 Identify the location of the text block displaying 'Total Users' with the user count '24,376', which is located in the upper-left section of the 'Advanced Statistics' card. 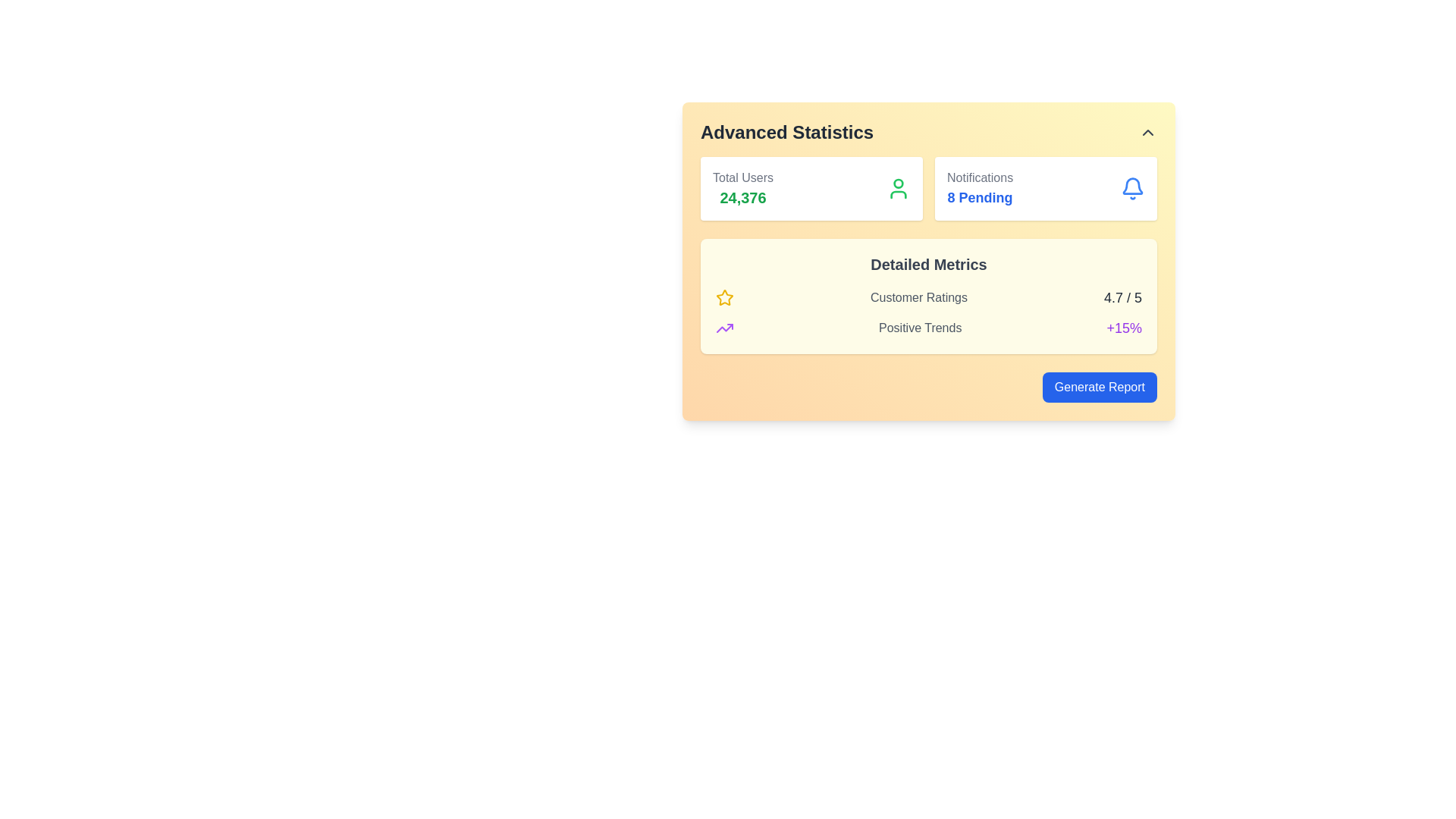
(742, 188).